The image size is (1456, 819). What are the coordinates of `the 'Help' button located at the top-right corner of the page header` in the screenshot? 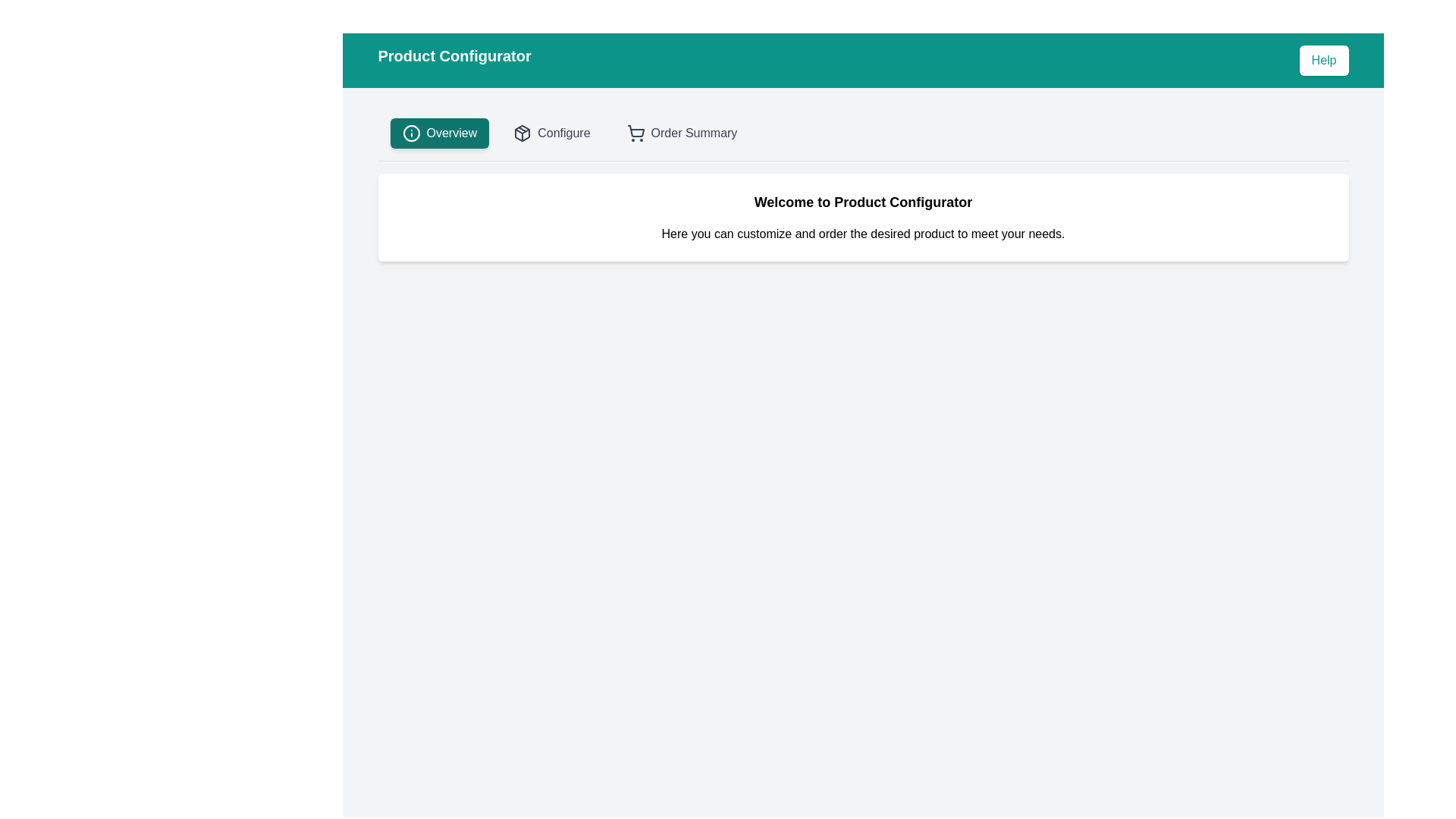 It's located at (1323, 60).